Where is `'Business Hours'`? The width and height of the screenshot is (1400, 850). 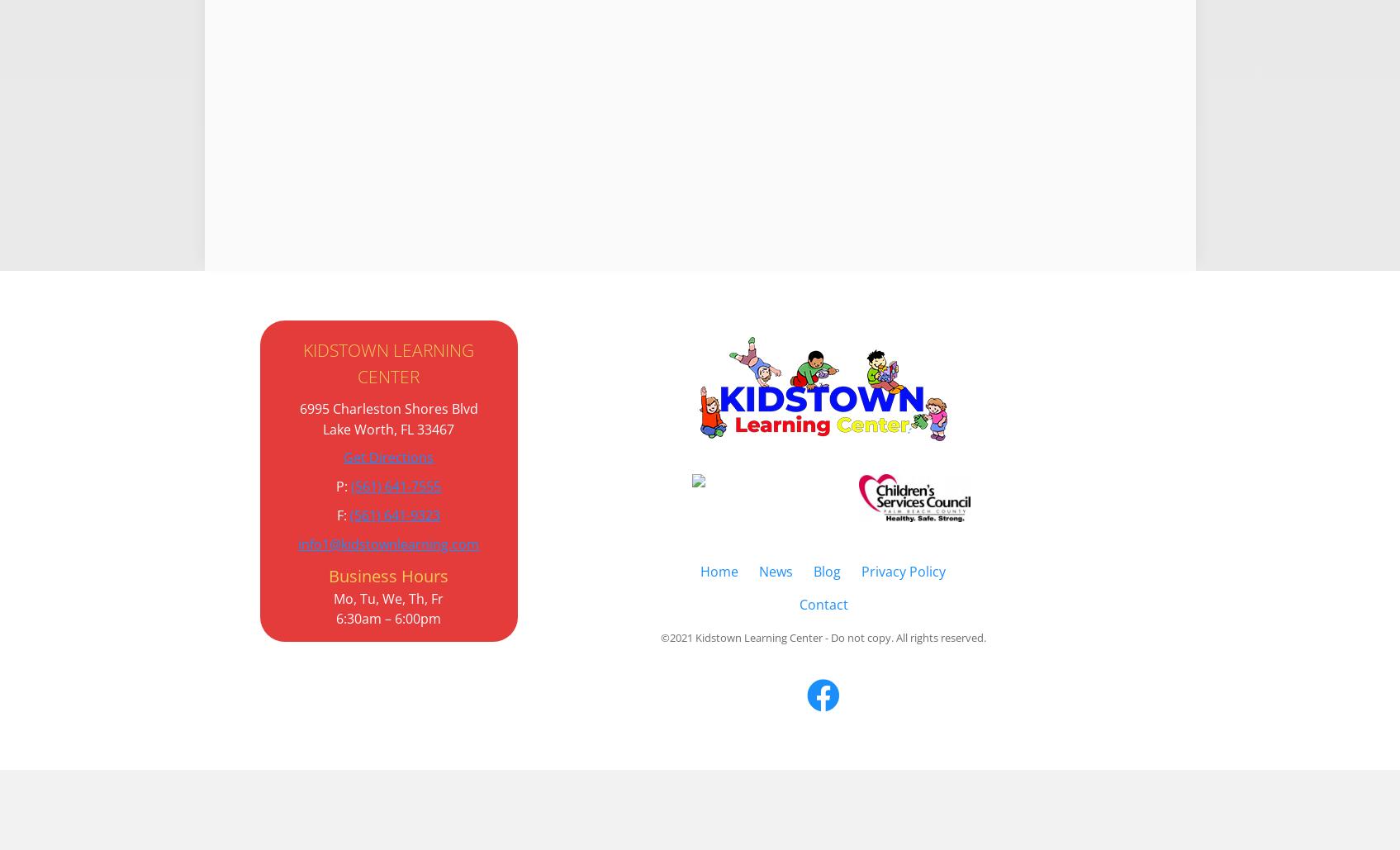 'Business Hours' is located at coordinates (387, 574).